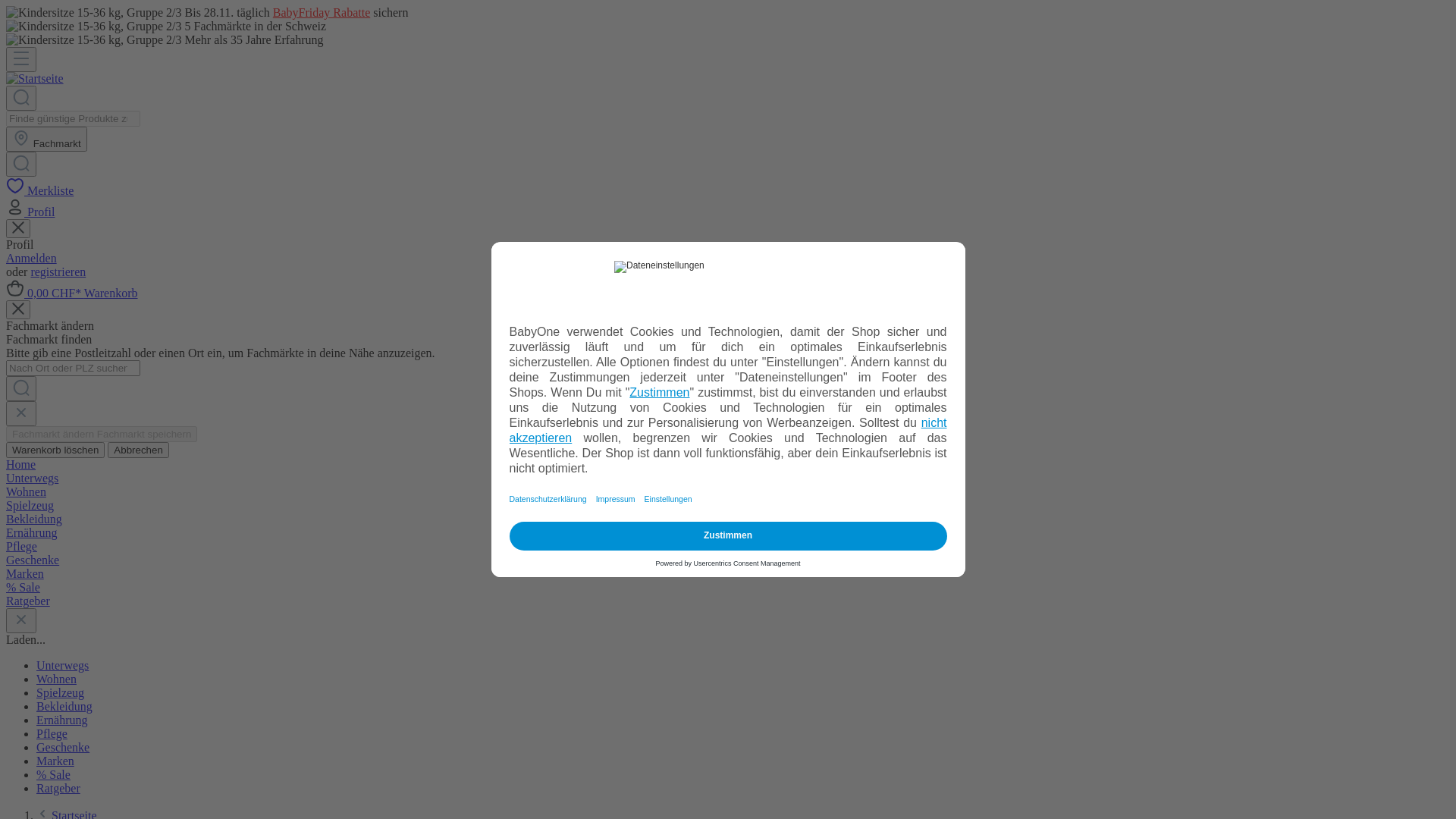  What do you see at coordinates (6, 78) in the screenshot?
I see `'Startseite'` at bounding box center [6, 78].